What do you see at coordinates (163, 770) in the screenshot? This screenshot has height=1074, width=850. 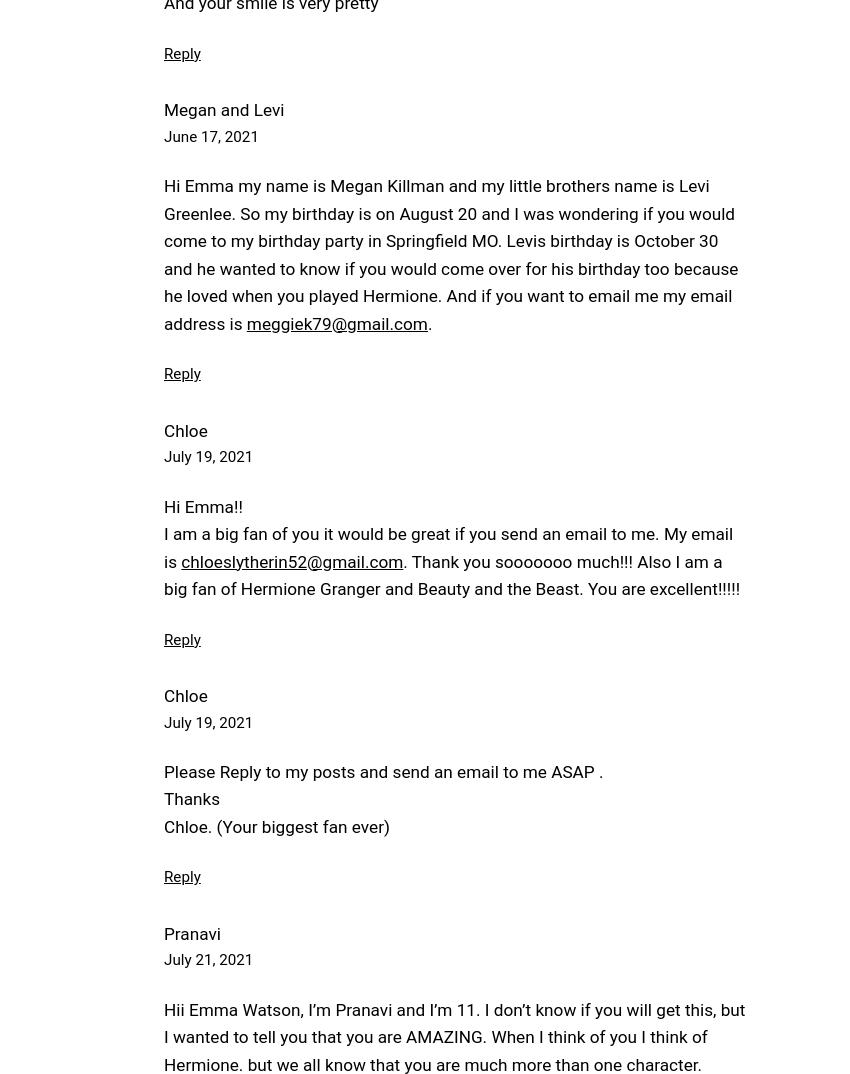 I see `'Please Reply to my posts and send an email to me ASAP .'` at bounding box center [163, 770].